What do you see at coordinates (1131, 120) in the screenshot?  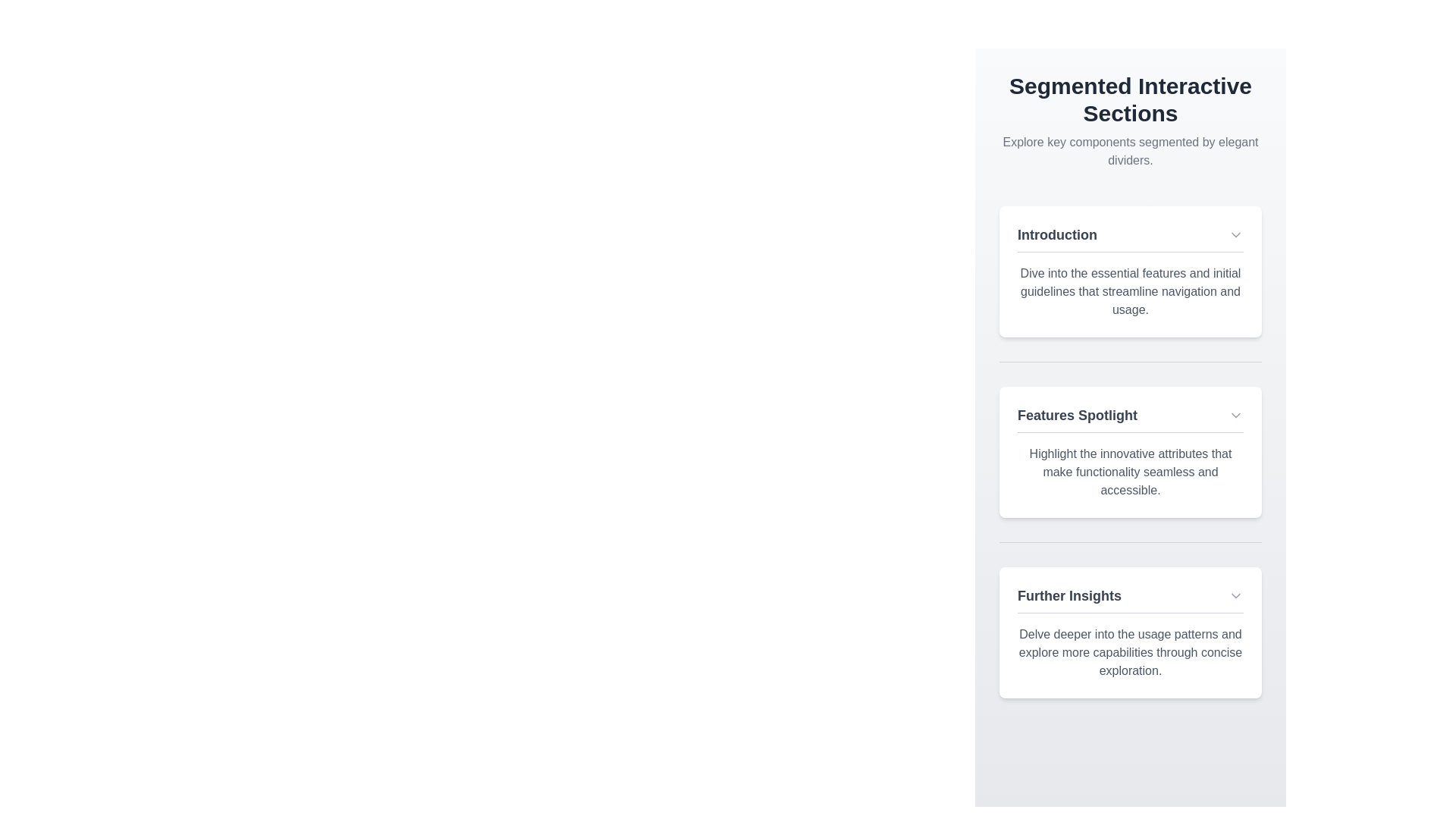 I see `the text label that reads 'Segmented Interactive Sections,' which is bold and large, positioned at the top of the layout` at bounding box center [1131, 120].